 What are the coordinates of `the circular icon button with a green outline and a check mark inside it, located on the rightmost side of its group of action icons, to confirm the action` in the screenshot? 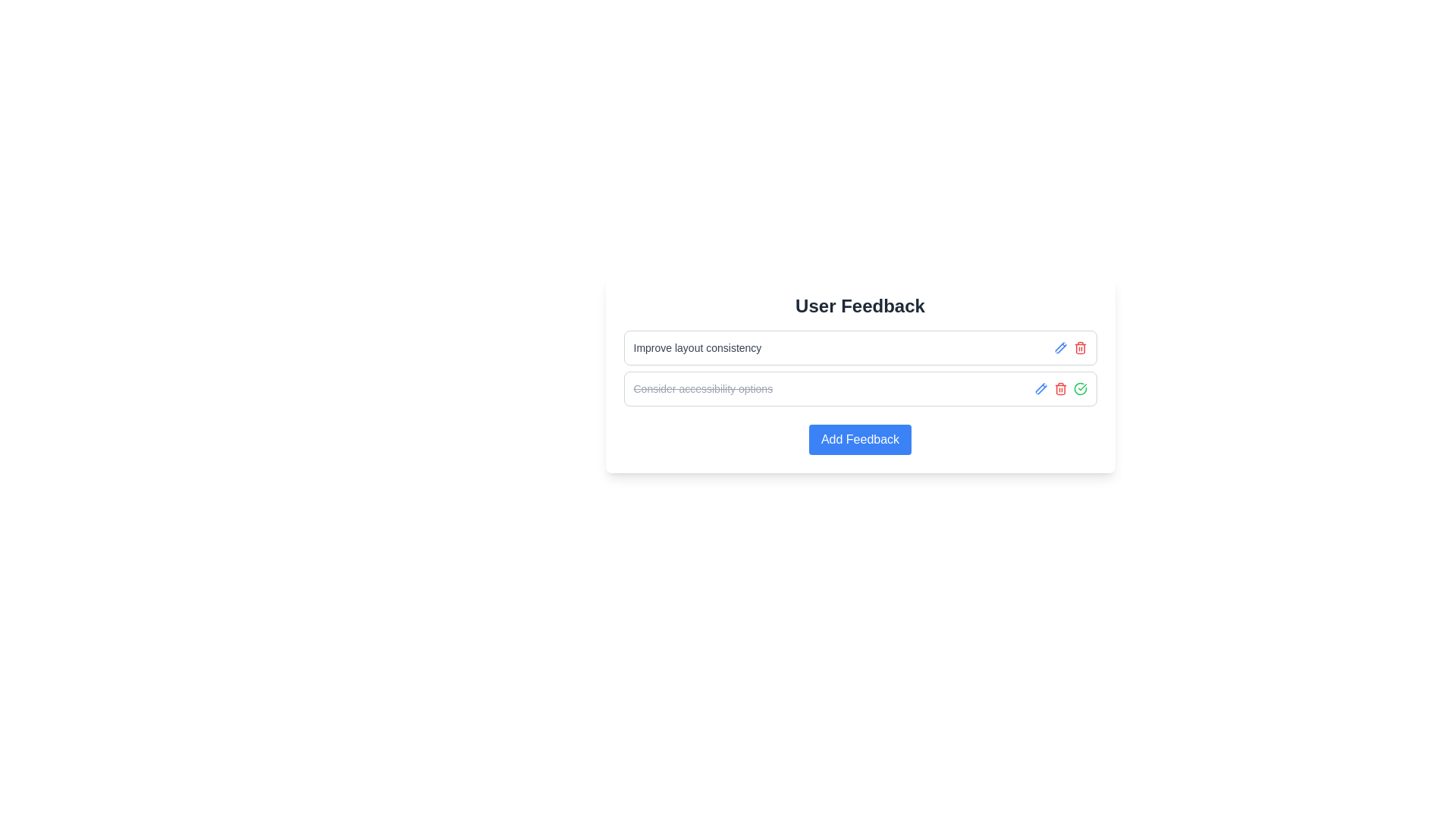 It's located at (1079, 388).